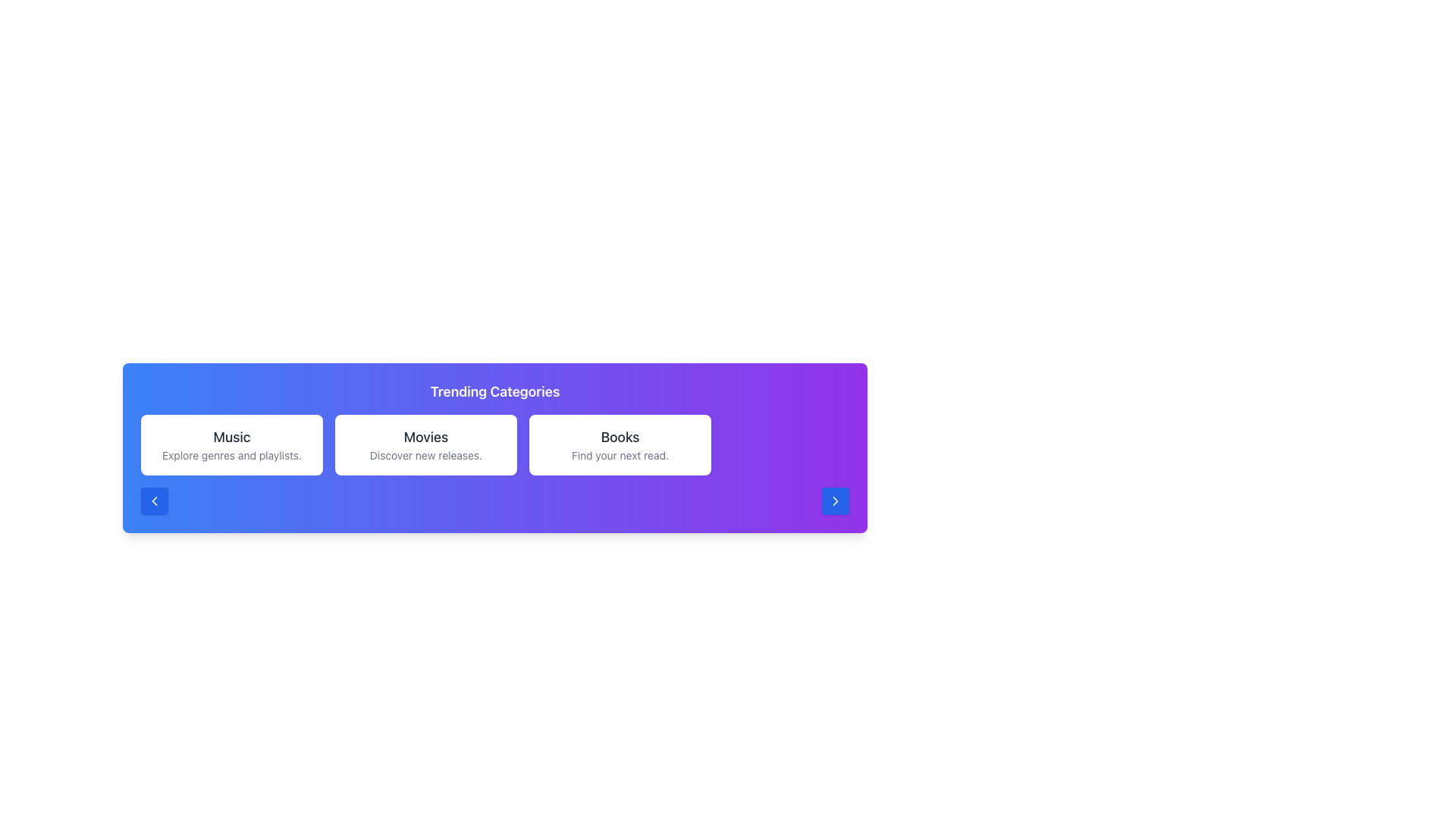 Image resolution: width=1456 pixels, height=819 pixels. I want to click on the header title text label within the leftmost card that designates the main topic of music-related exploration, so click(231, 438).